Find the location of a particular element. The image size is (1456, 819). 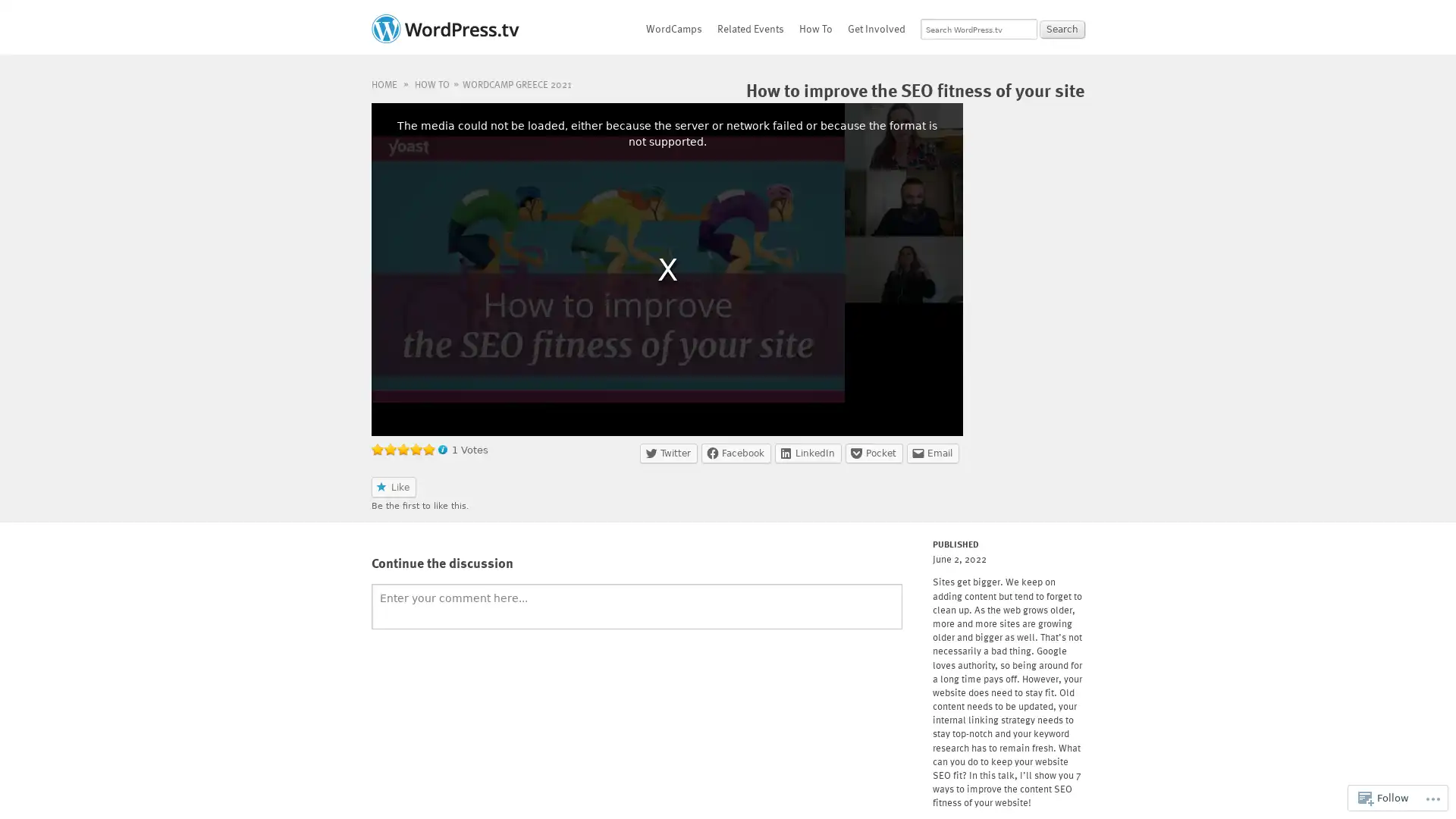

Search is located at coordinates (1062, 29).